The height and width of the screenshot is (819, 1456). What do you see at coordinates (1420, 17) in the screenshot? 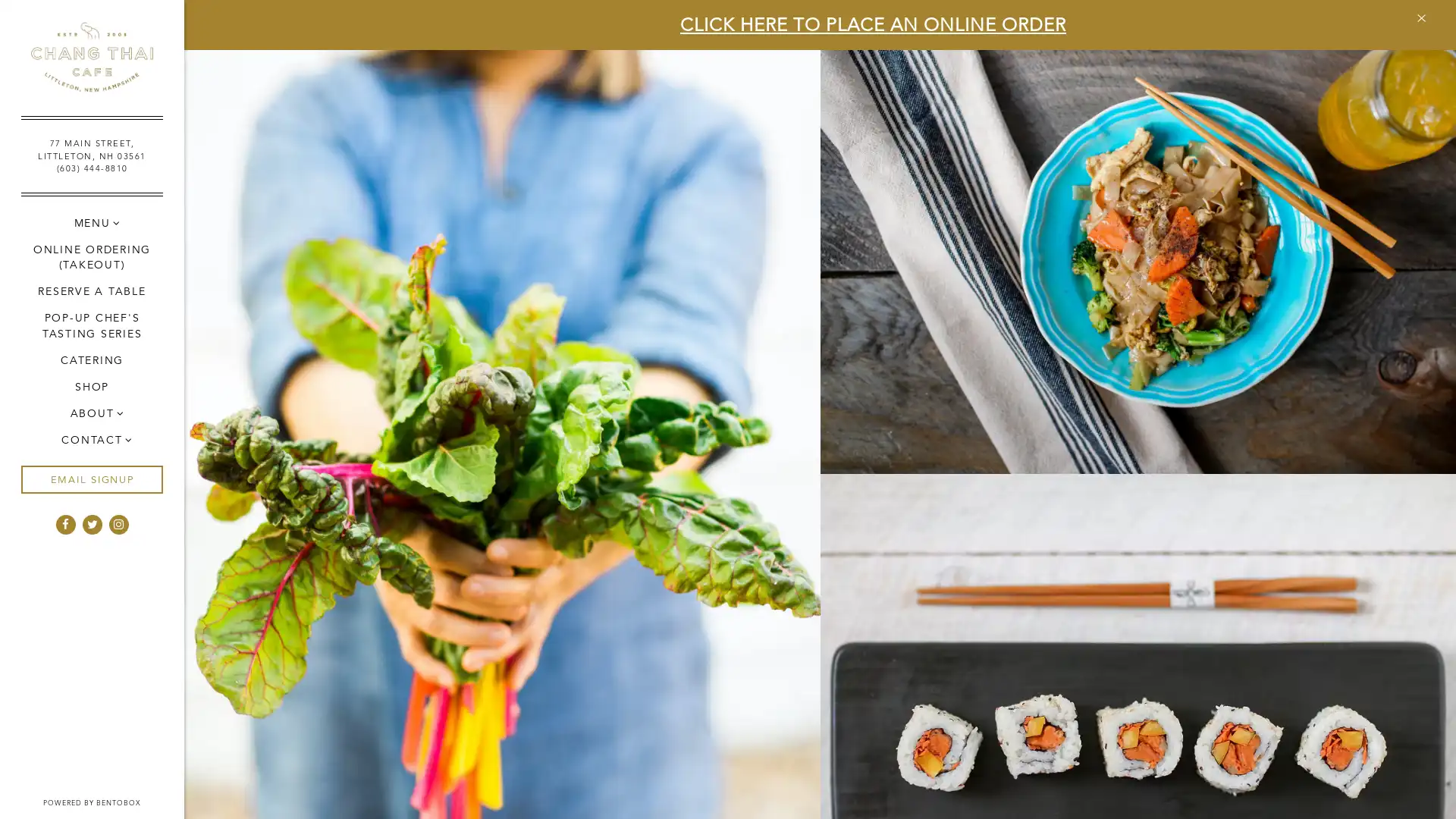
I see `Close` at bounding box center [1420, 17].